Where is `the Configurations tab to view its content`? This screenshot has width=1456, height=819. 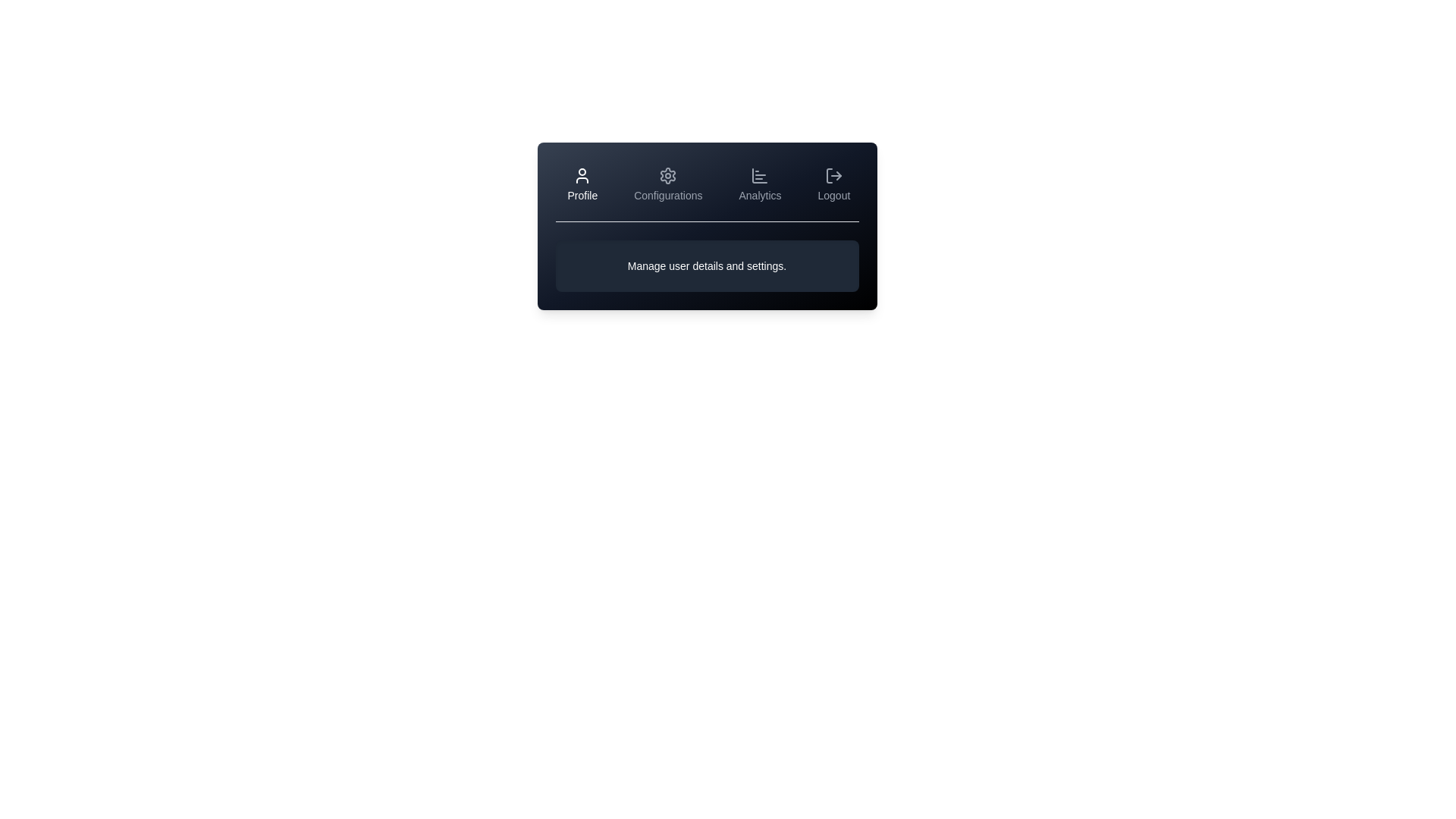 the Configurations tab to view its content is located at coordinates (667, 184).